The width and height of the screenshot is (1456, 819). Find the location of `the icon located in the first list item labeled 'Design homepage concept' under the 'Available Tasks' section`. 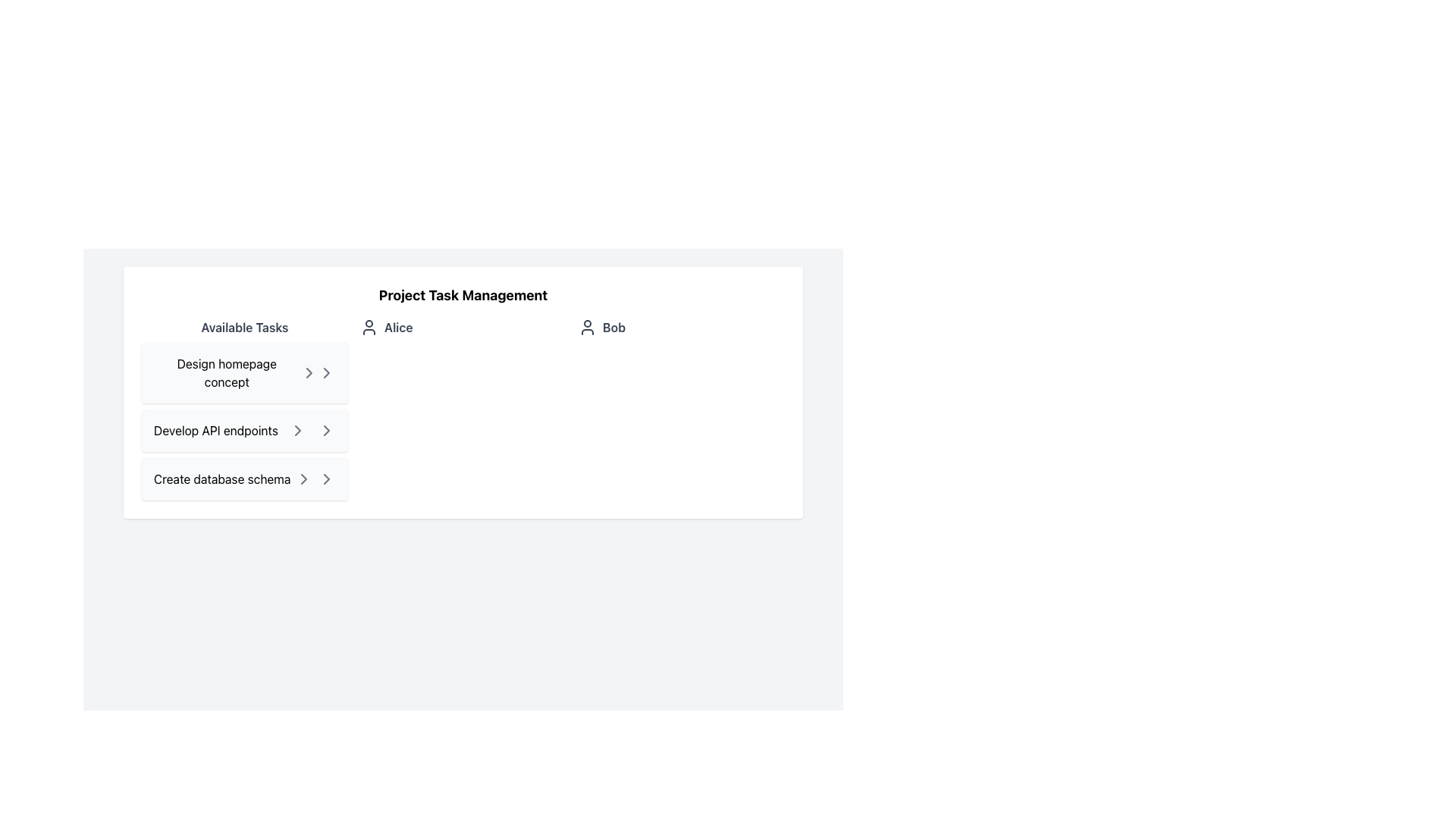

the icon located in the first list item labeled 'Design homepage concept' under the 'Available Tasks' section is located at coordinates (326, 373).